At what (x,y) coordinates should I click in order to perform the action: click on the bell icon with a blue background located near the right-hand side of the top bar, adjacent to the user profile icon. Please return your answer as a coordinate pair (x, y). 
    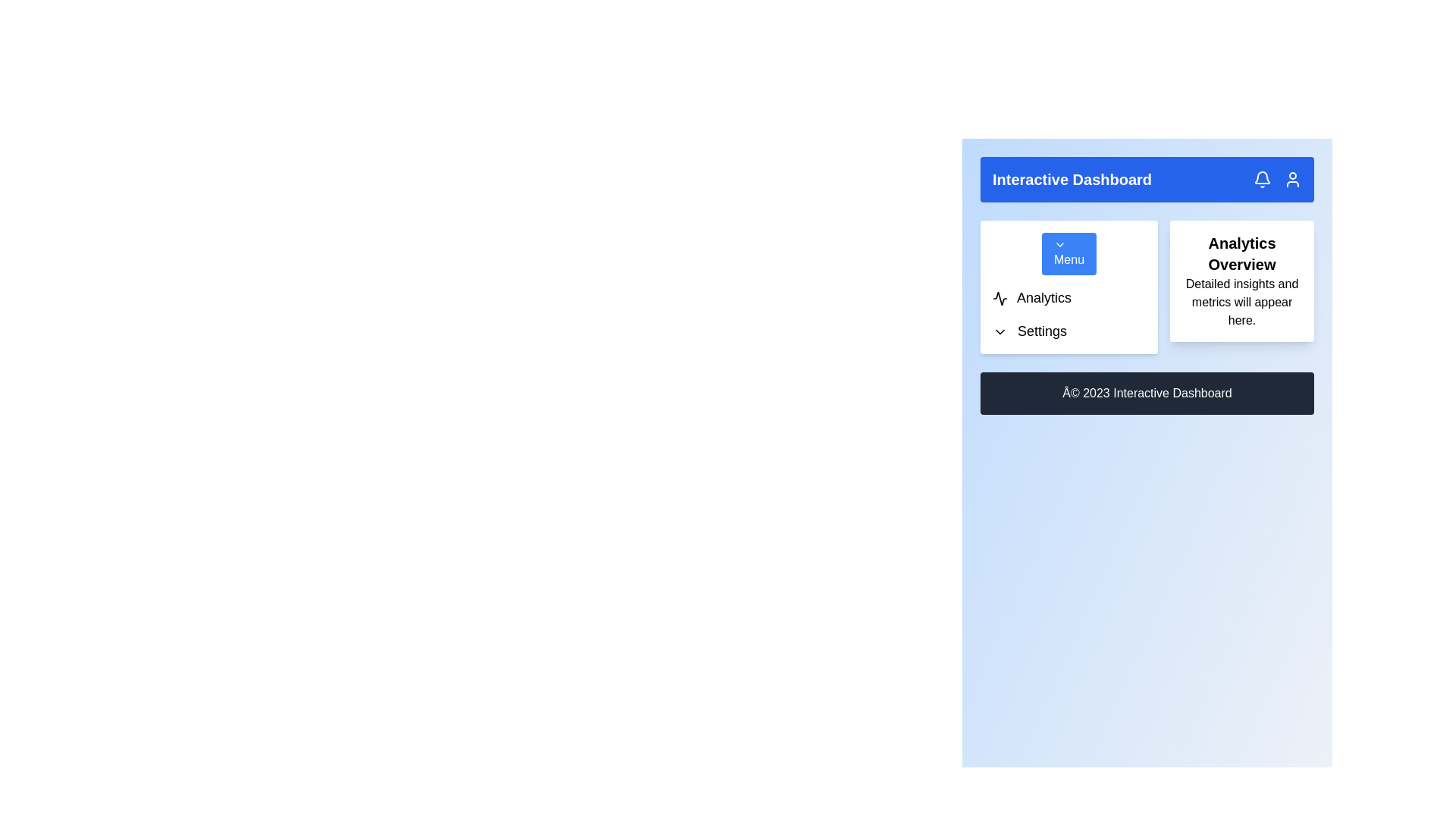
    Looking at the image, I should click on (1263, 178).